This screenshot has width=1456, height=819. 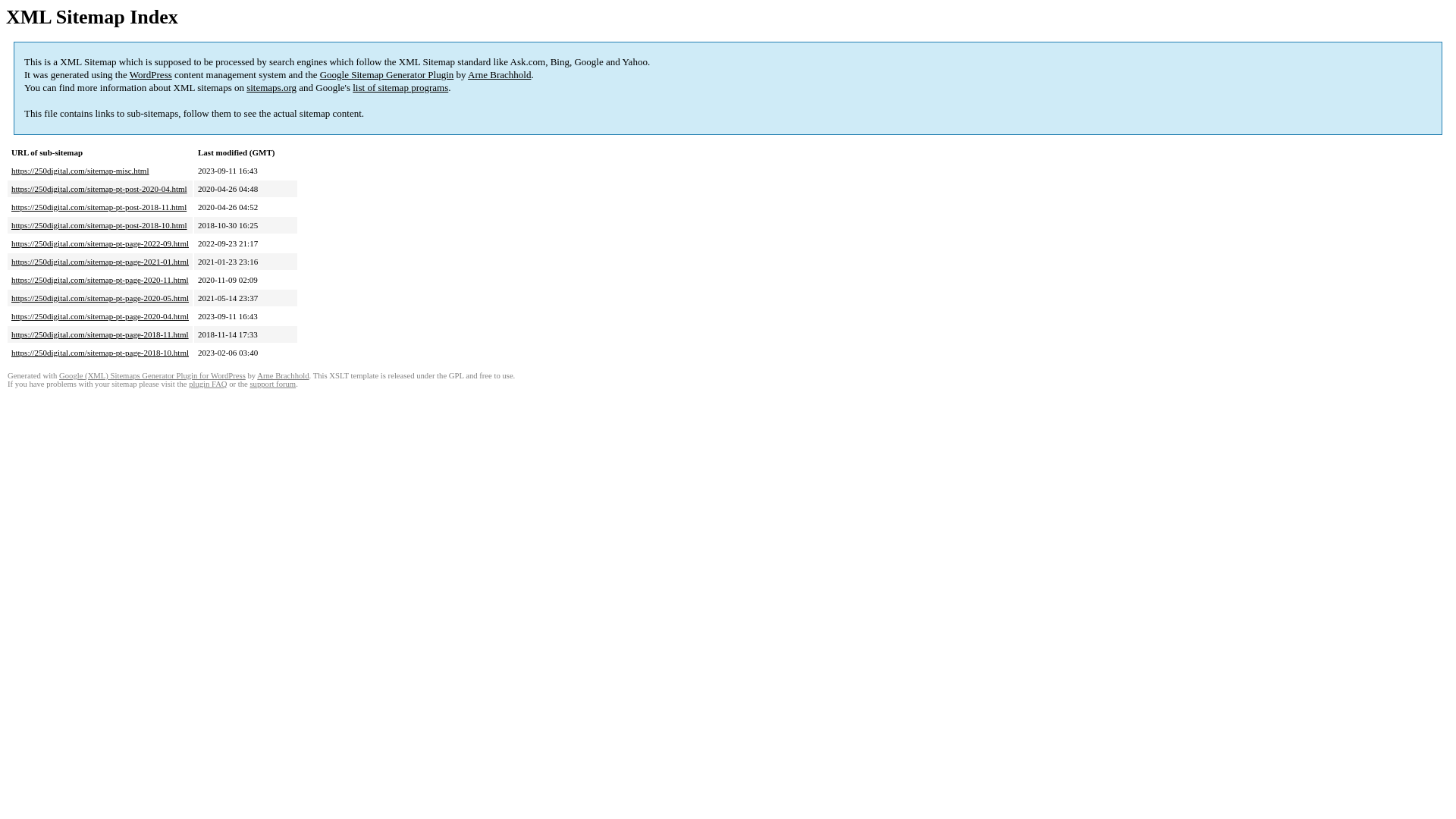 I want to click on 'https://250digital.com/sitemap-misc.html', so click(x=79, y=170).